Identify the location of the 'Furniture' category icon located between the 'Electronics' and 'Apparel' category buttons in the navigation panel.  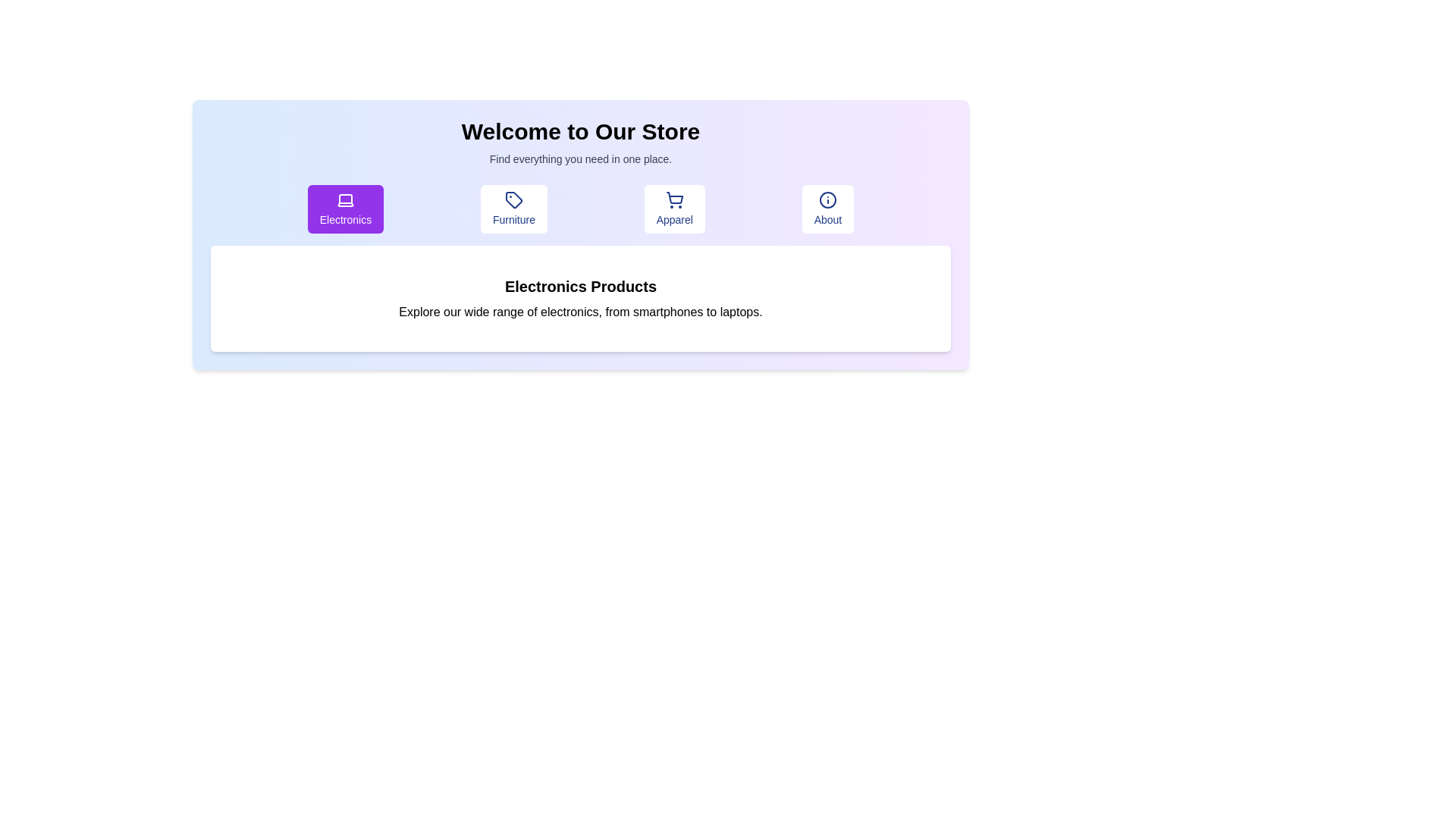
(513, 199).